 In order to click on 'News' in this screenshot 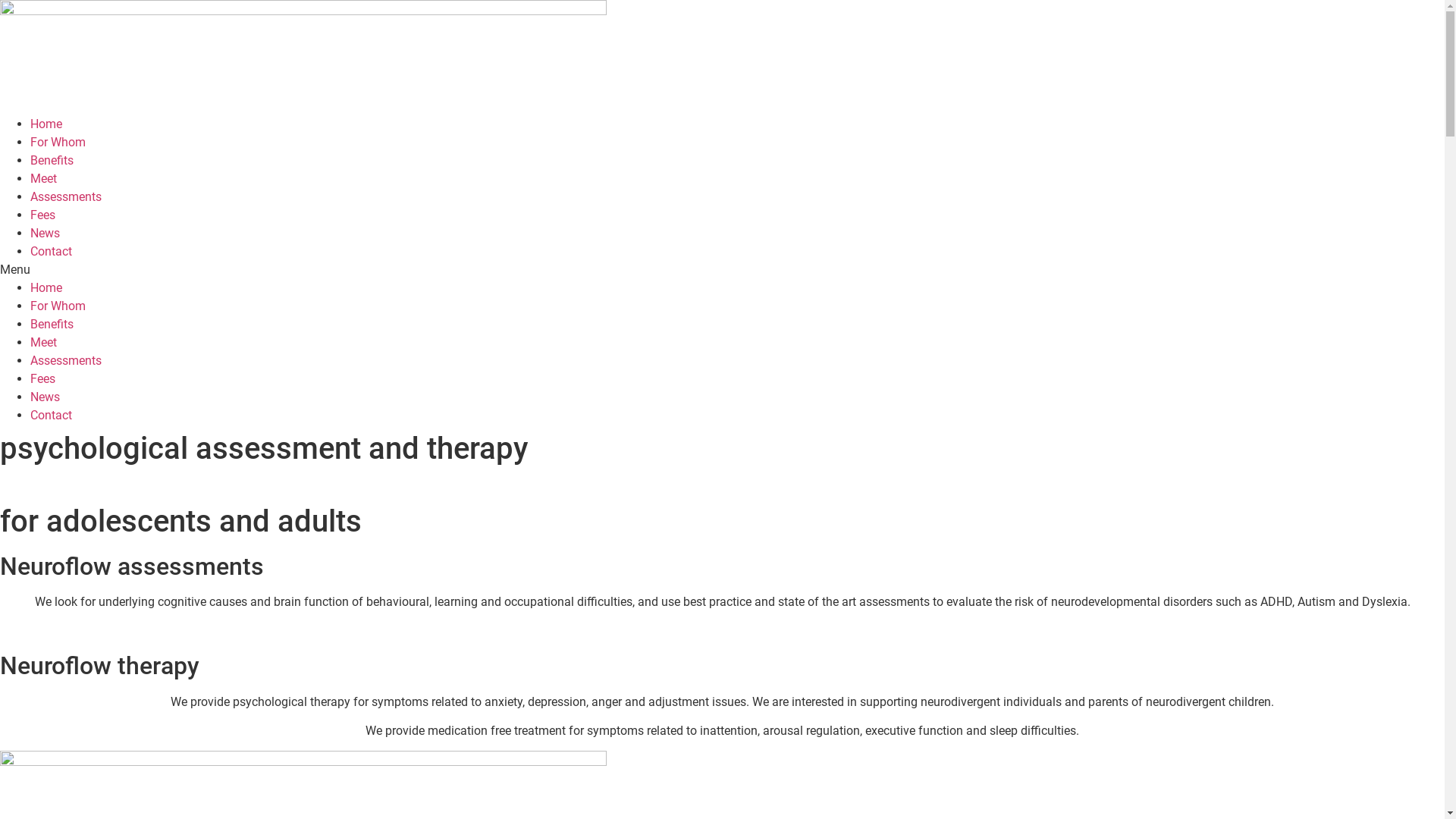, I will do `click(45, 396)`.